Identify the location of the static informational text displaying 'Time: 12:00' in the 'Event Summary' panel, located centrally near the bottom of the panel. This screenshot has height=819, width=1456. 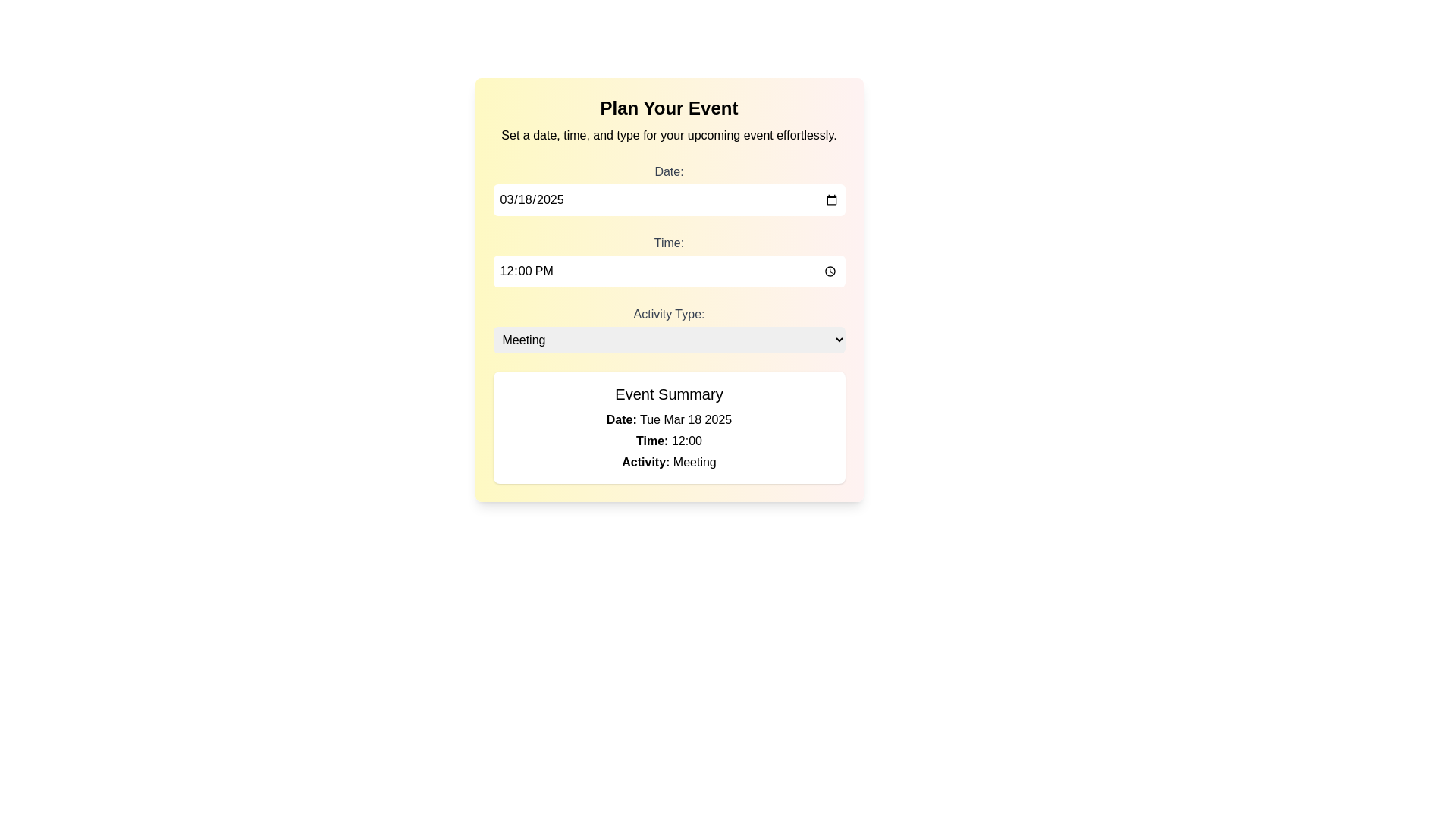
(668, 441).